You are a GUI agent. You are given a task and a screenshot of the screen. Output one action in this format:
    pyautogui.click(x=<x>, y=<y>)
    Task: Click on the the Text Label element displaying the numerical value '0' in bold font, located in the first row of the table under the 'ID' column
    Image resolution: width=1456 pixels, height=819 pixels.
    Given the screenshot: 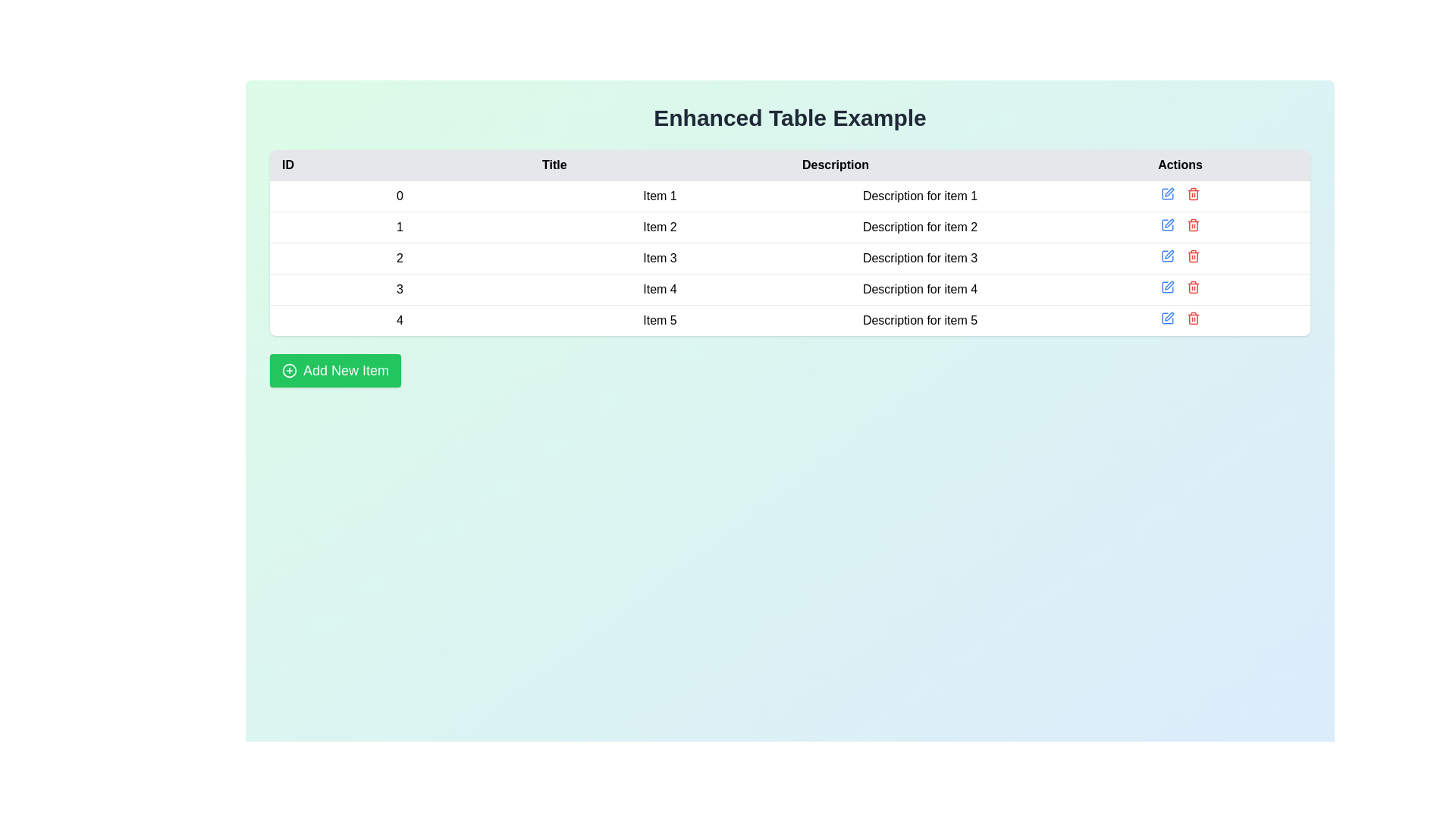 What is the action you would take?
    pyautogui.click(x=400, y=195)
    